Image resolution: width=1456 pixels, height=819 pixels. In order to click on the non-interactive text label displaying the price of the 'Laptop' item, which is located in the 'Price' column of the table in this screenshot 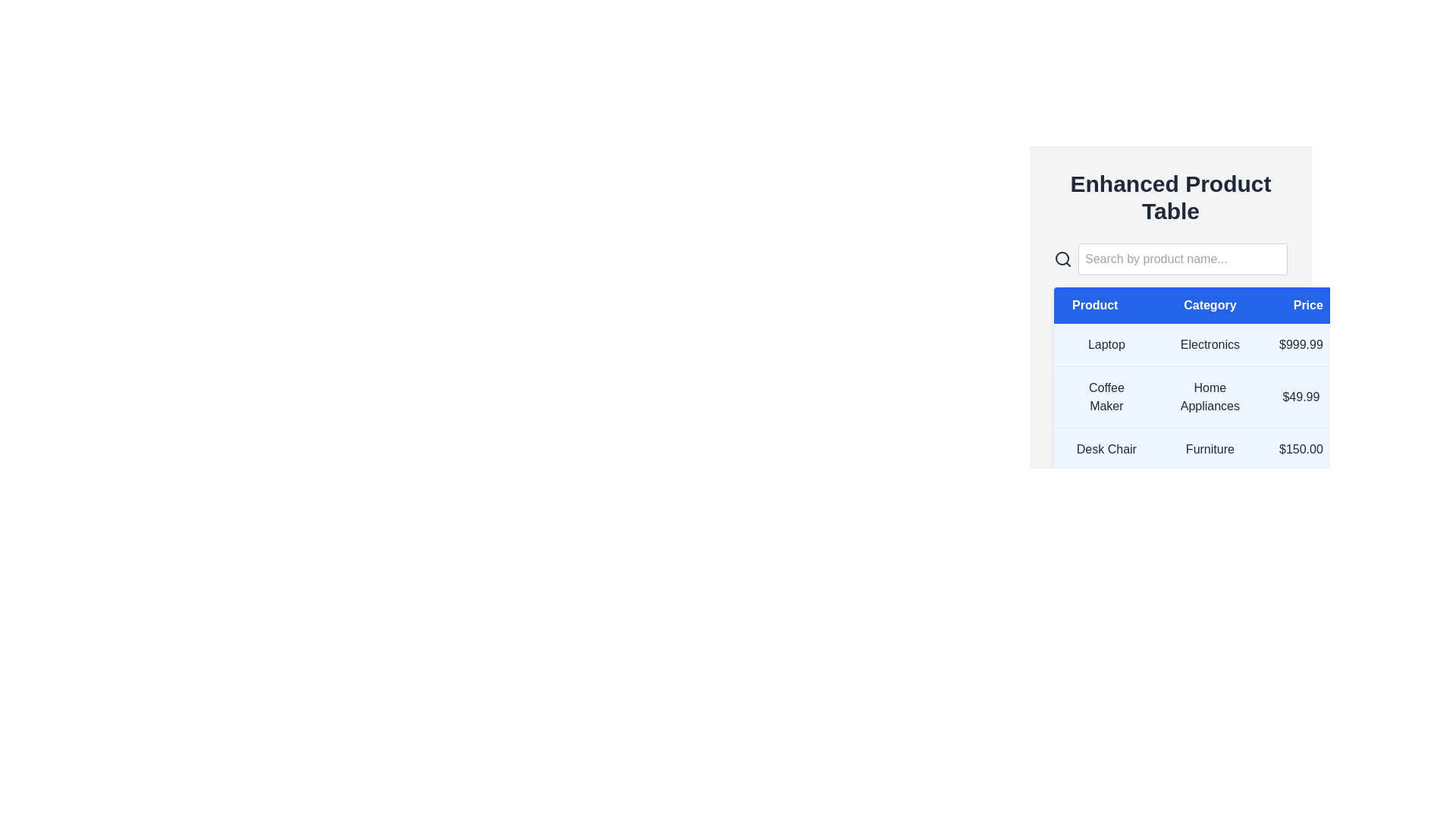, I will do `click(1300, 345)`.